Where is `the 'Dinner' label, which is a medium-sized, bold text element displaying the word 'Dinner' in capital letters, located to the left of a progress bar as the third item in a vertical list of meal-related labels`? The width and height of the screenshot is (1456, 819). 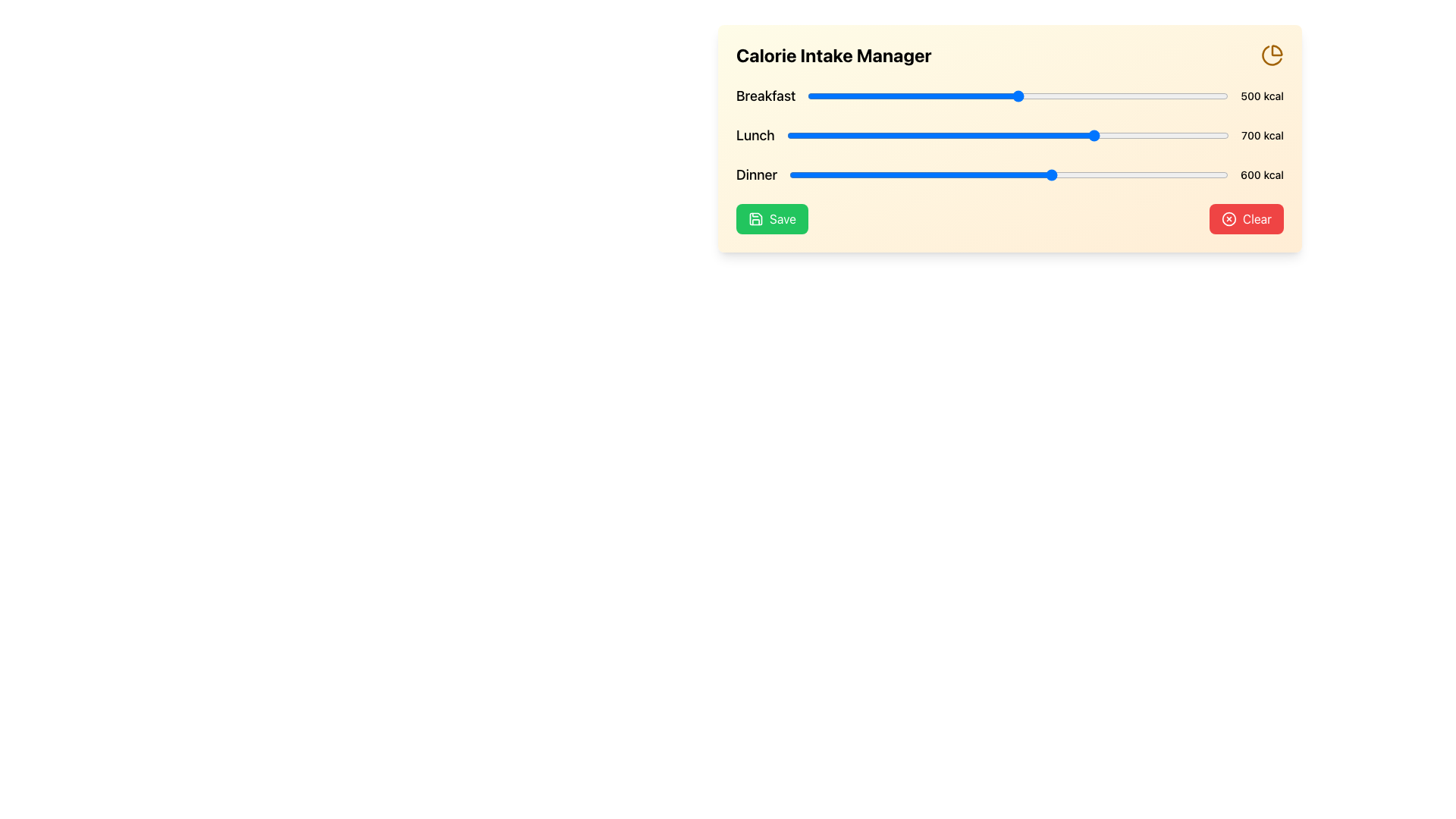
the 'Dinner' label, which is a medium-sized, bold text element displaying the word 'Dinner' in capital letters, located to the left of a progress bar as the third item in a vertical list of meal-related labels is located at coordinates (757, 174).